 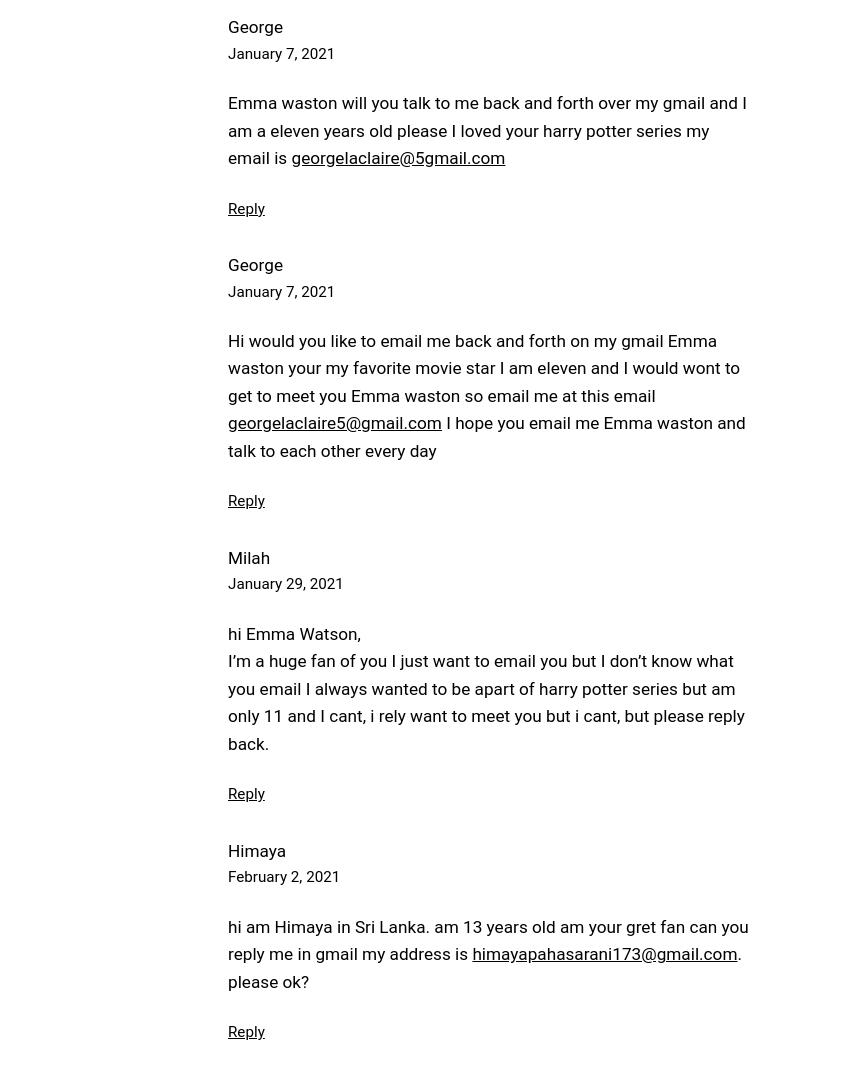 I want to click on 'georgelaclaire@5gmail.com', so click(x=397, y=156).